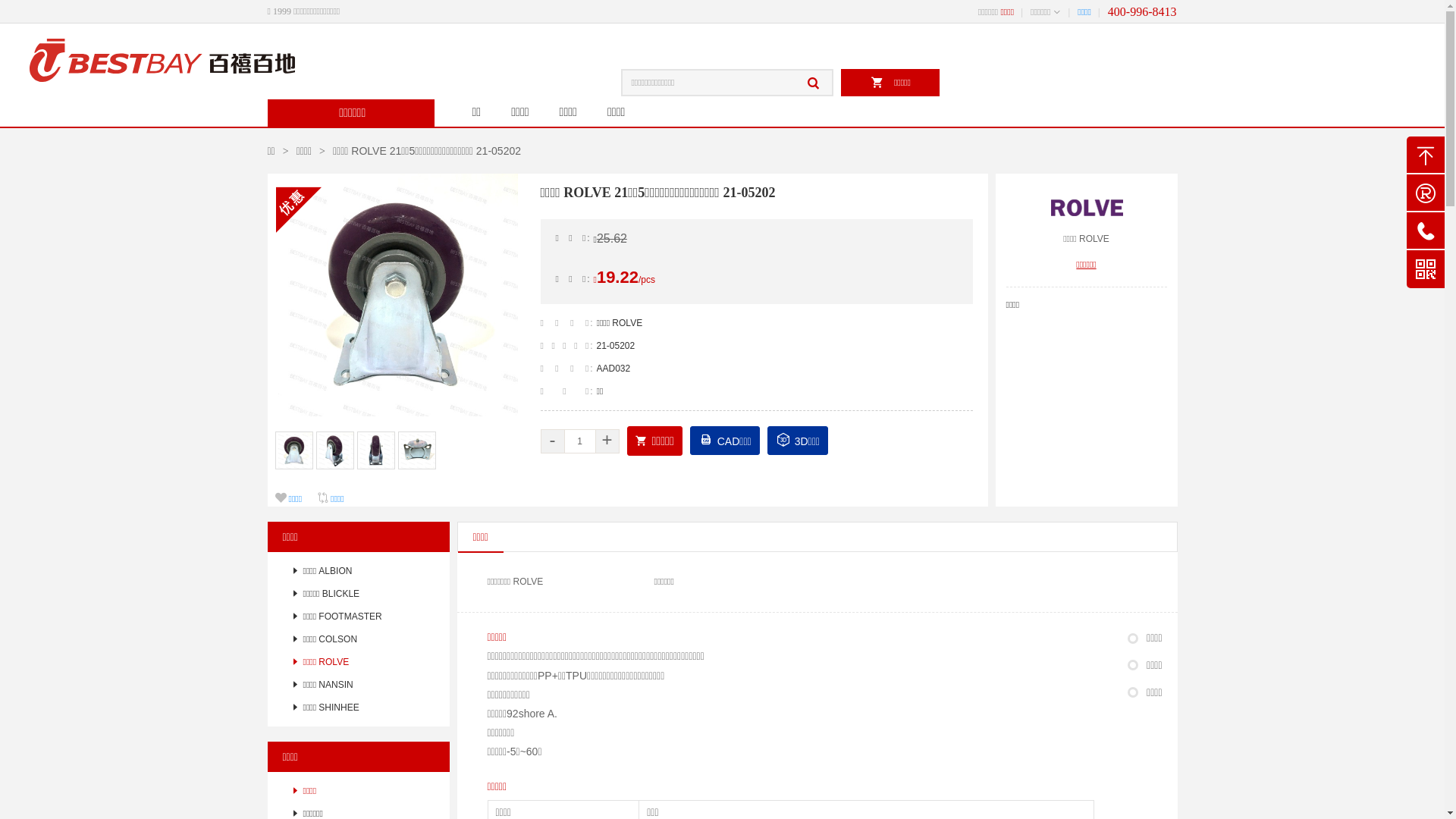 This screenshot has width=1456, height=819. Describe the element at coordinates (539, 441) in the screenshot. I see `'-'` at that location.